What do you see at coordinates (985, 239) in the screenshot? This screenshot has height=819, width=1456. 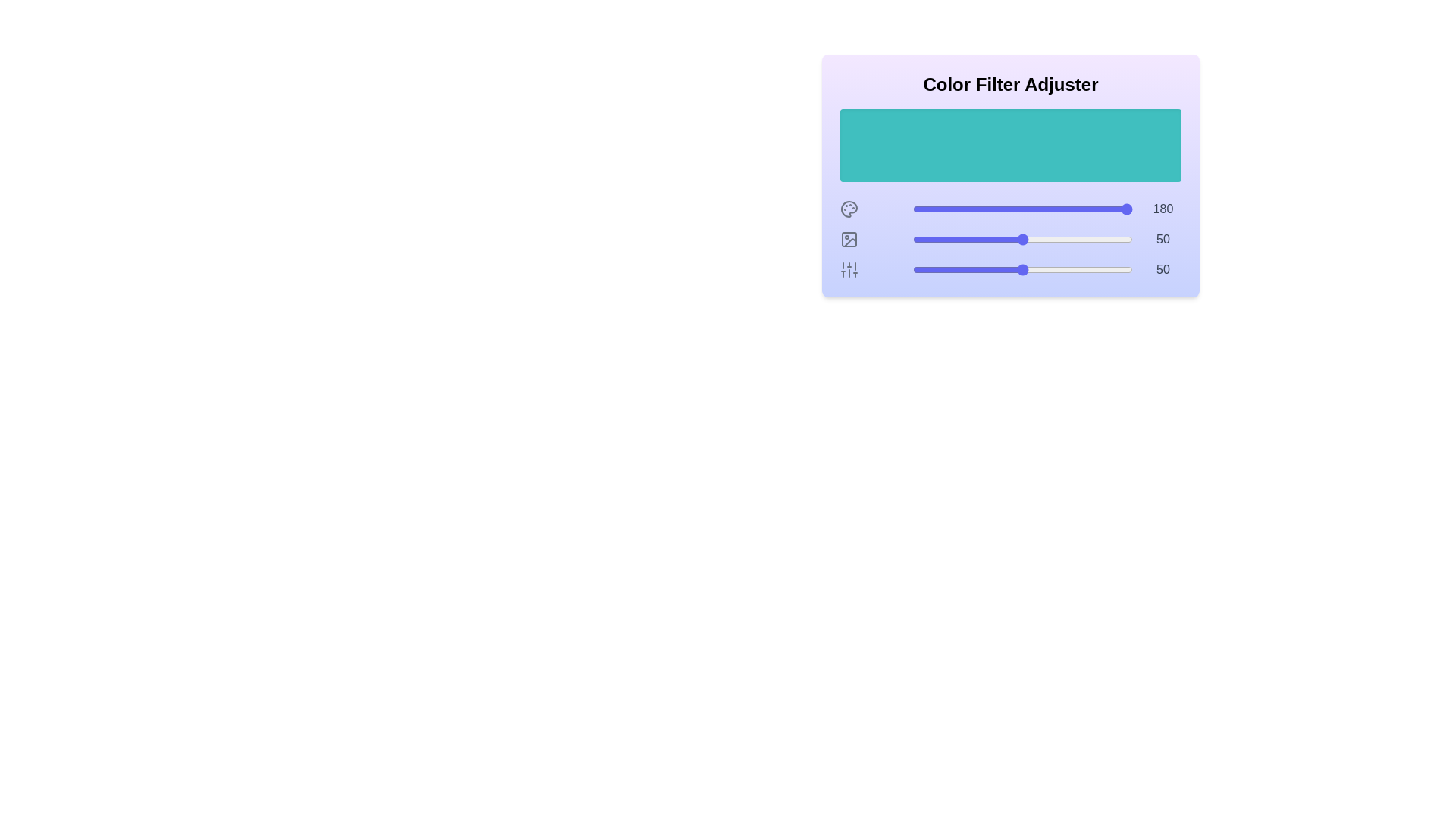 I see `the lightness slider to 33%` at bounding box center [985, 239].